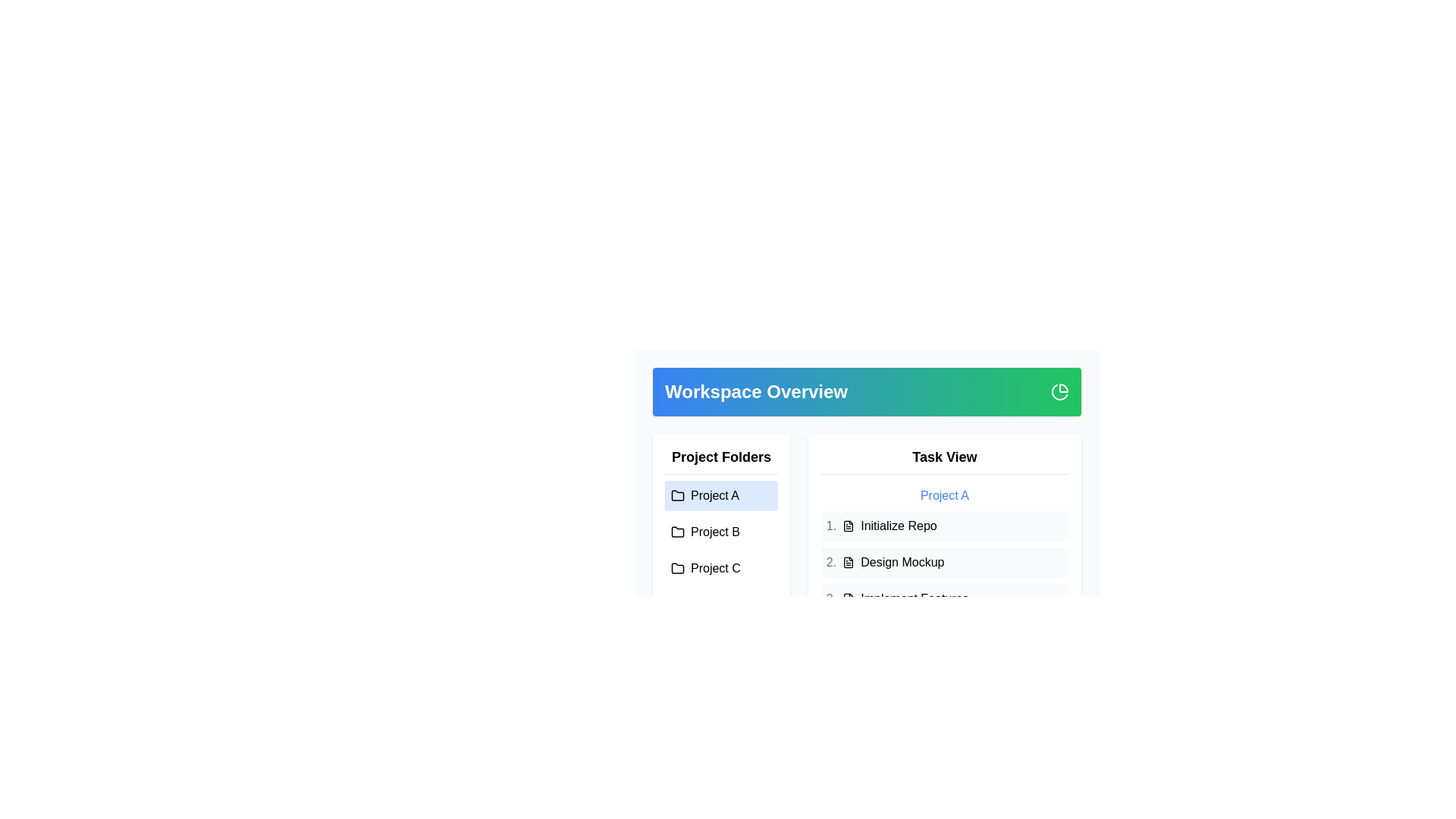 The height and width of the screenshot is (819, 1456). Describe the element at coordinates (943, 460) in the screenshot. I see `bold title text labeled 'Task View' located at the top-center of the panel above the 'Project A' text` at that location.